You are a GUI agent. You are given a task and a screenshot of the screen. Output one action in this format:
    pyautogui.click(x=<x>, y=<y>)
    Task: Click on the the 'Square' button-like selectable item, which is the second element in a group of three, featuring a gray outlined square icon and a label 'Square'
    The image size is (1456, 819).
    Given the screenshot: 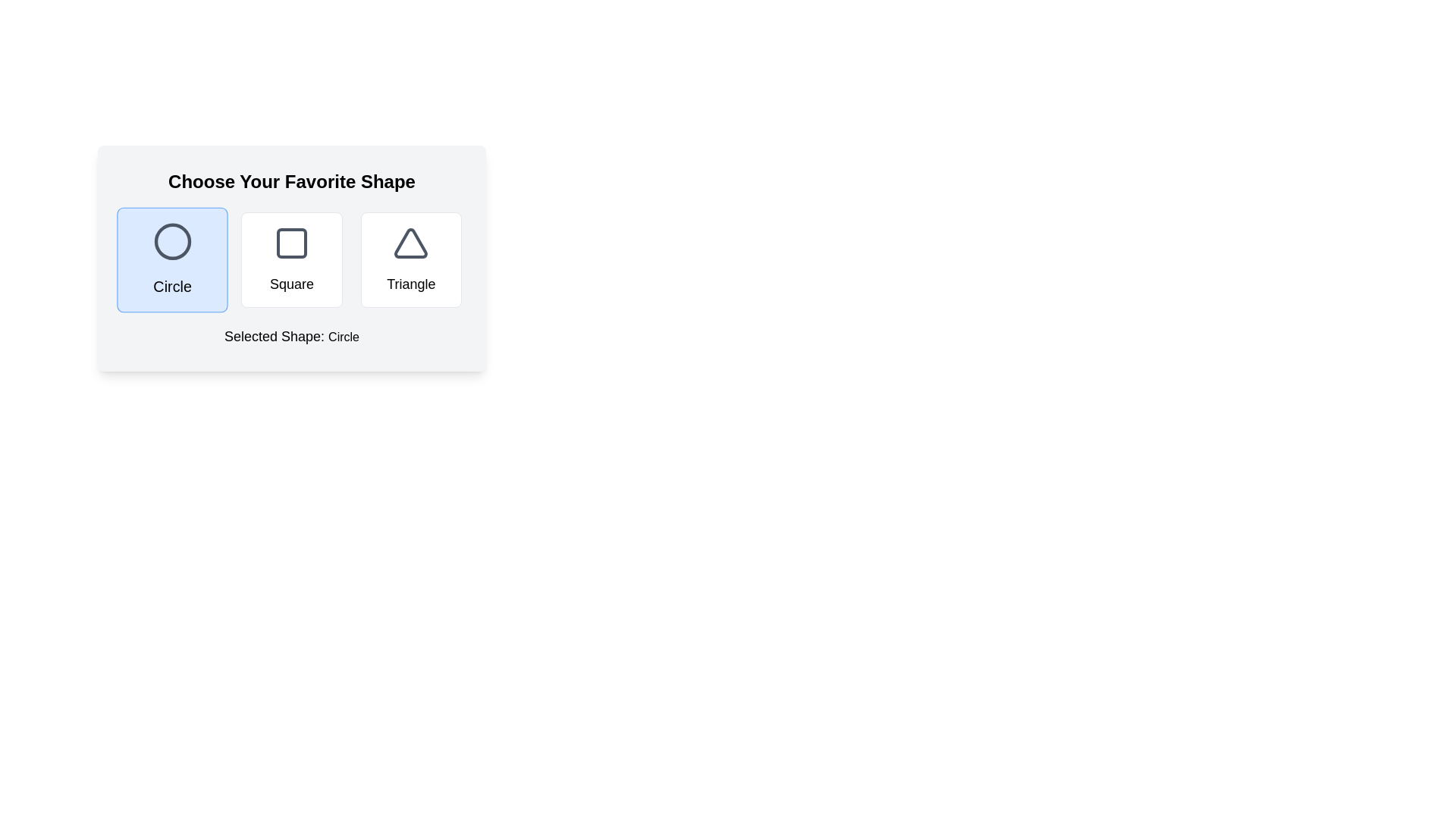 What is the action you would take?
    pyautogui.click(x=291, y=259)
    